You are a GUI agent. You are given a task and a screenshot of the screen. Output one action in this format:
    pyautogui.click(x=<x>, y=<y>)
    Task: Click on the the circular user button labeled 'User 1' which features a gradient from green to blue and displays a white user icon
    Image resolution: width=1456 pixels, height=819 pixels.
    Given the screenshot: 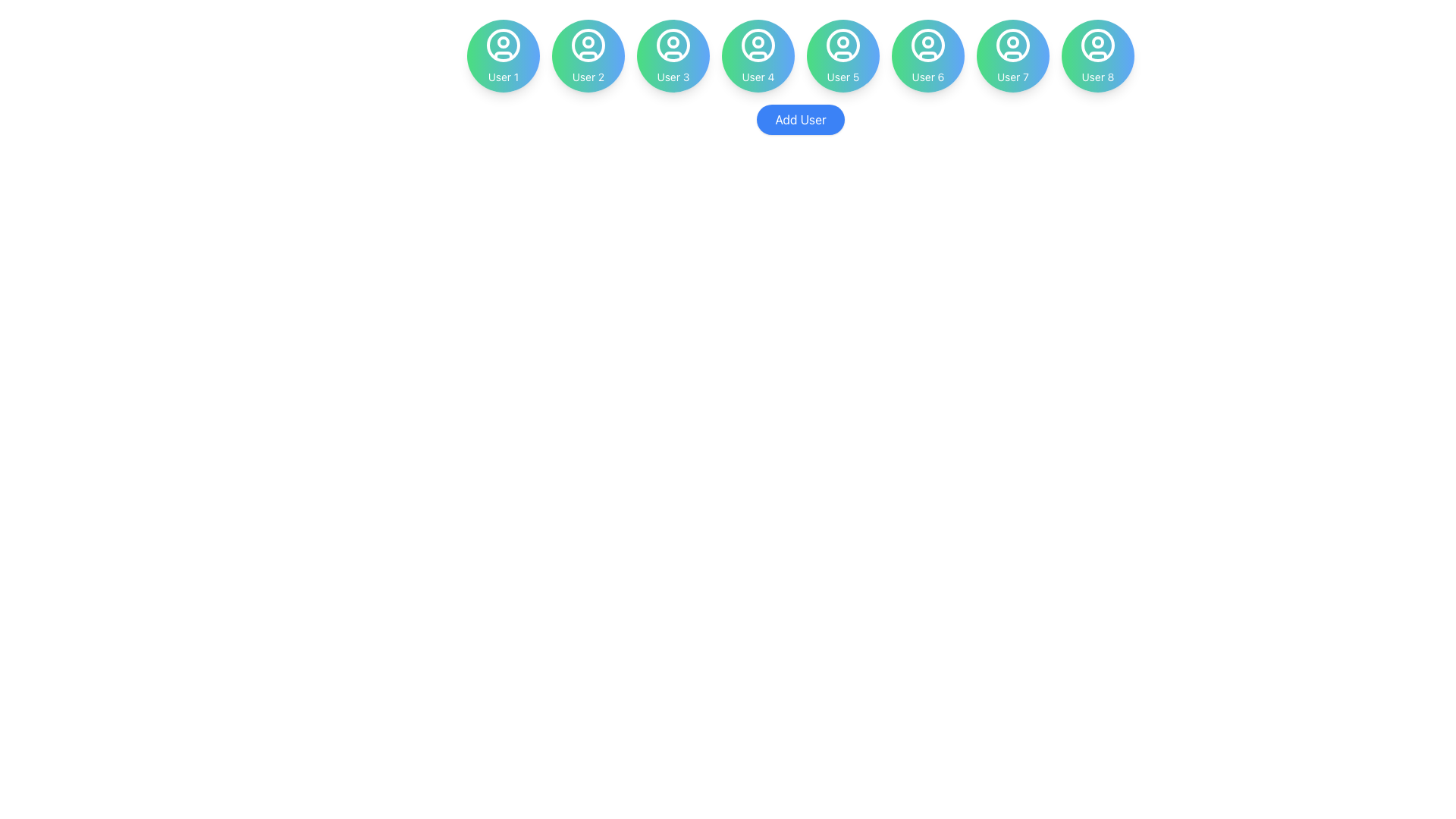 What is the action you would take?
    pyautogui.click(x=503, y=55)
    